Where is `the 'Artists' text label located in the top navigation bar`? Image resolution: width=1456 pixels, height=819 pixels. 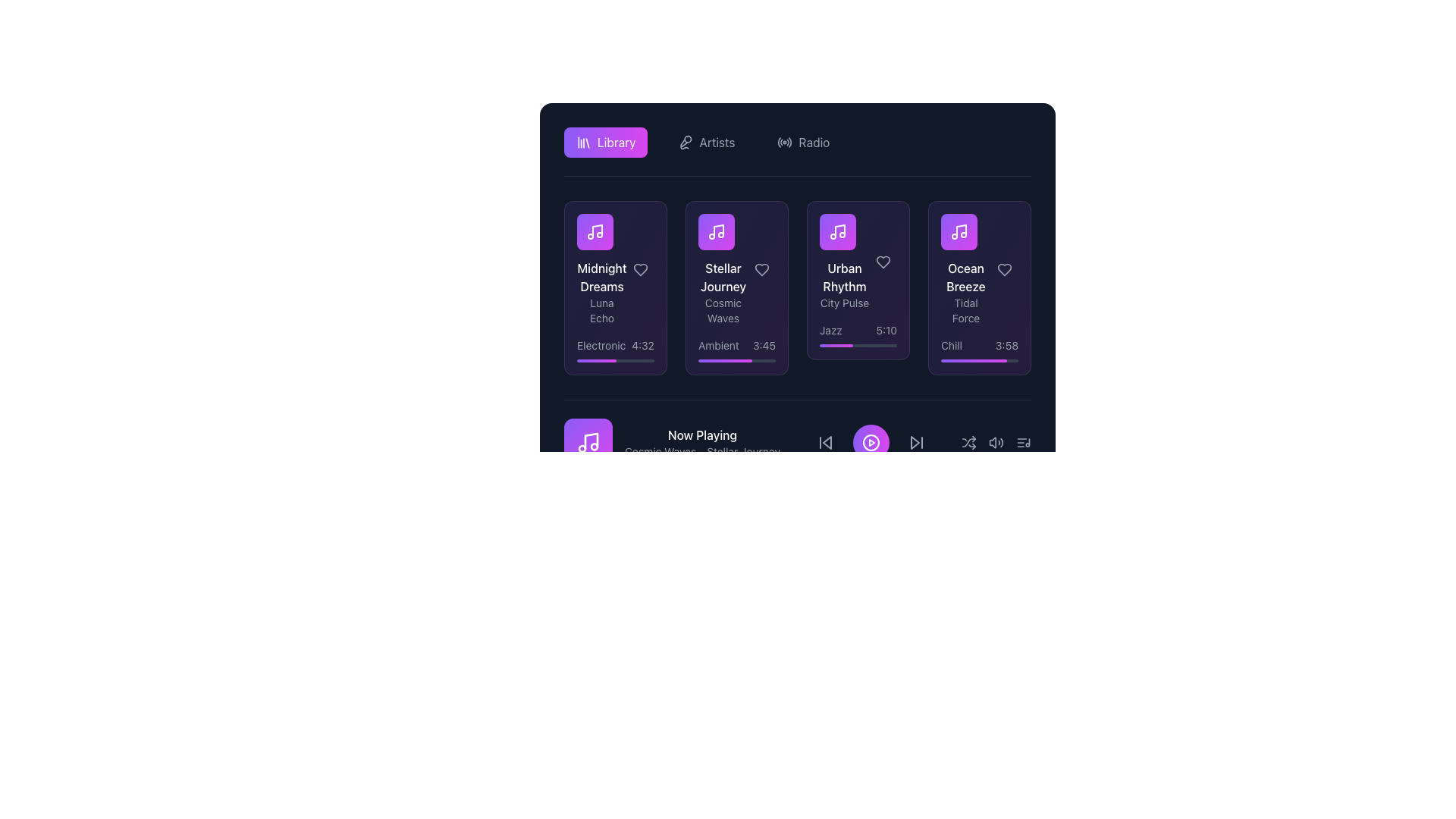
the 'Artists' text label located in the top navigation bar is located at coordinates (716, 143).